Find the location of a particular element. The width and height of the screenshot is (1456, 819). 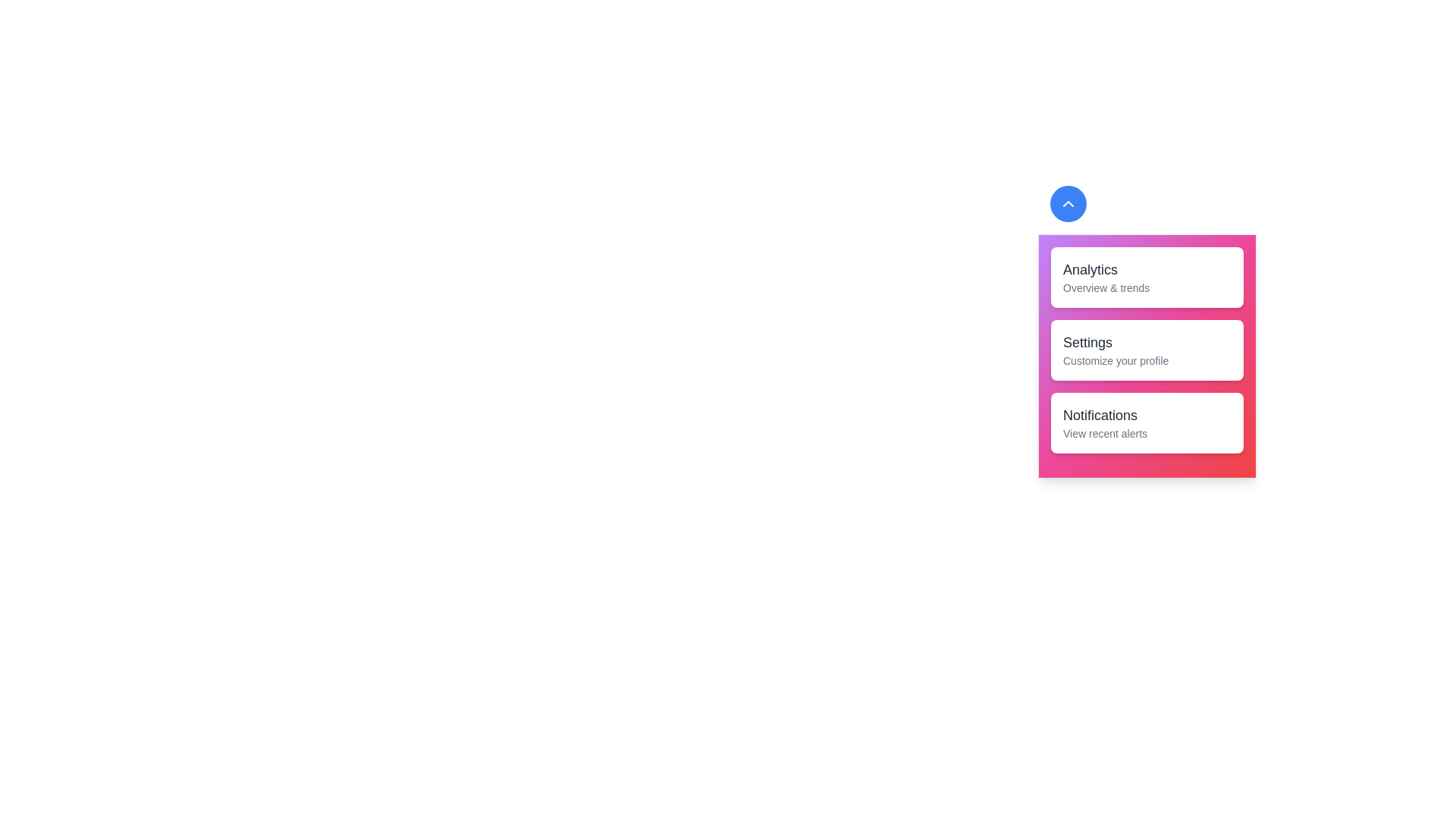

the category card labeled 'Analytics' to observe its hover effect is located at coordinates (1147, 278).